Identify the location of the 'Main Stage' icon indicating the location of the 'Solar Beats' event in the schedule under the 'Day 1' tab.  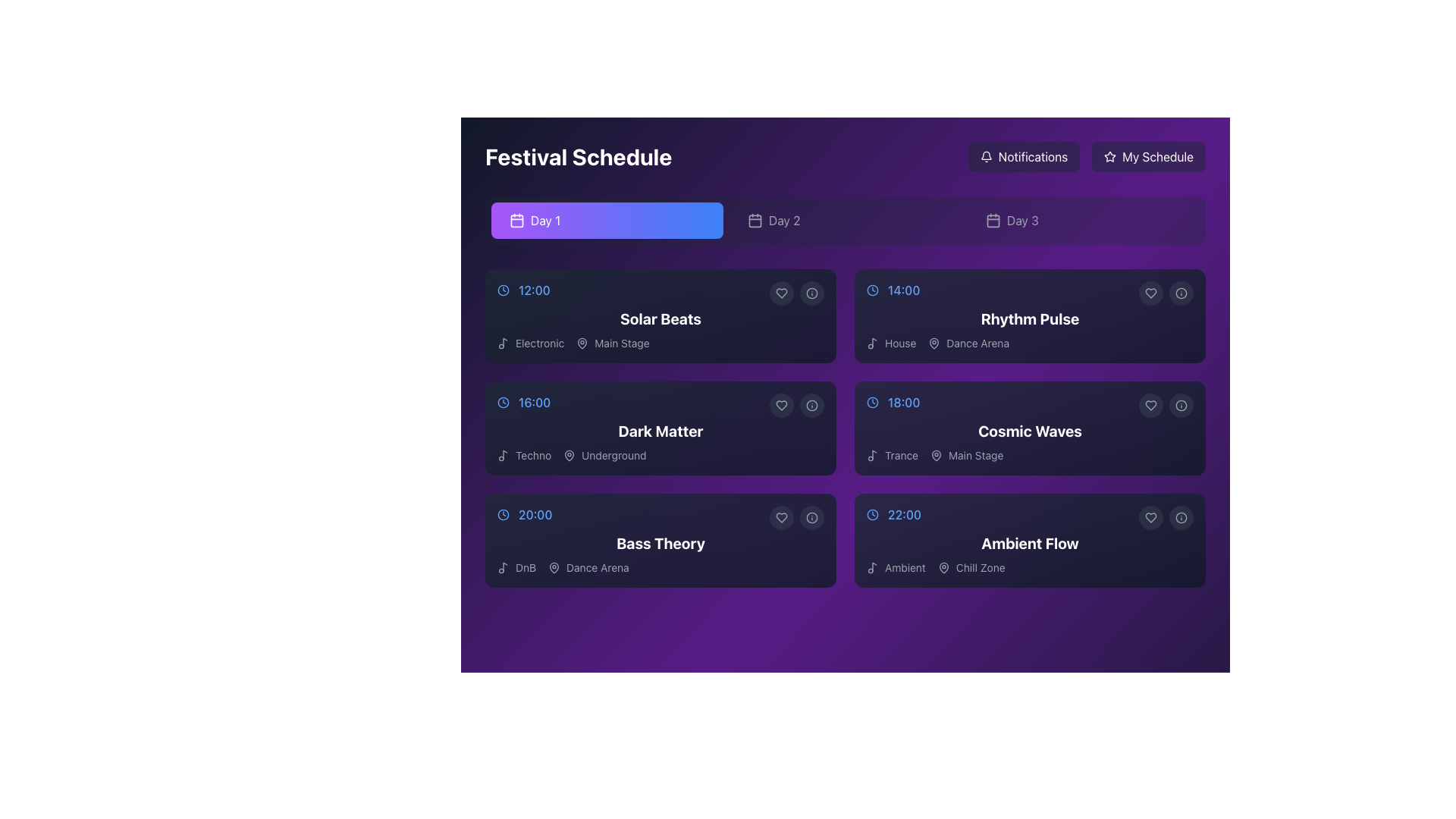
(582, 343).